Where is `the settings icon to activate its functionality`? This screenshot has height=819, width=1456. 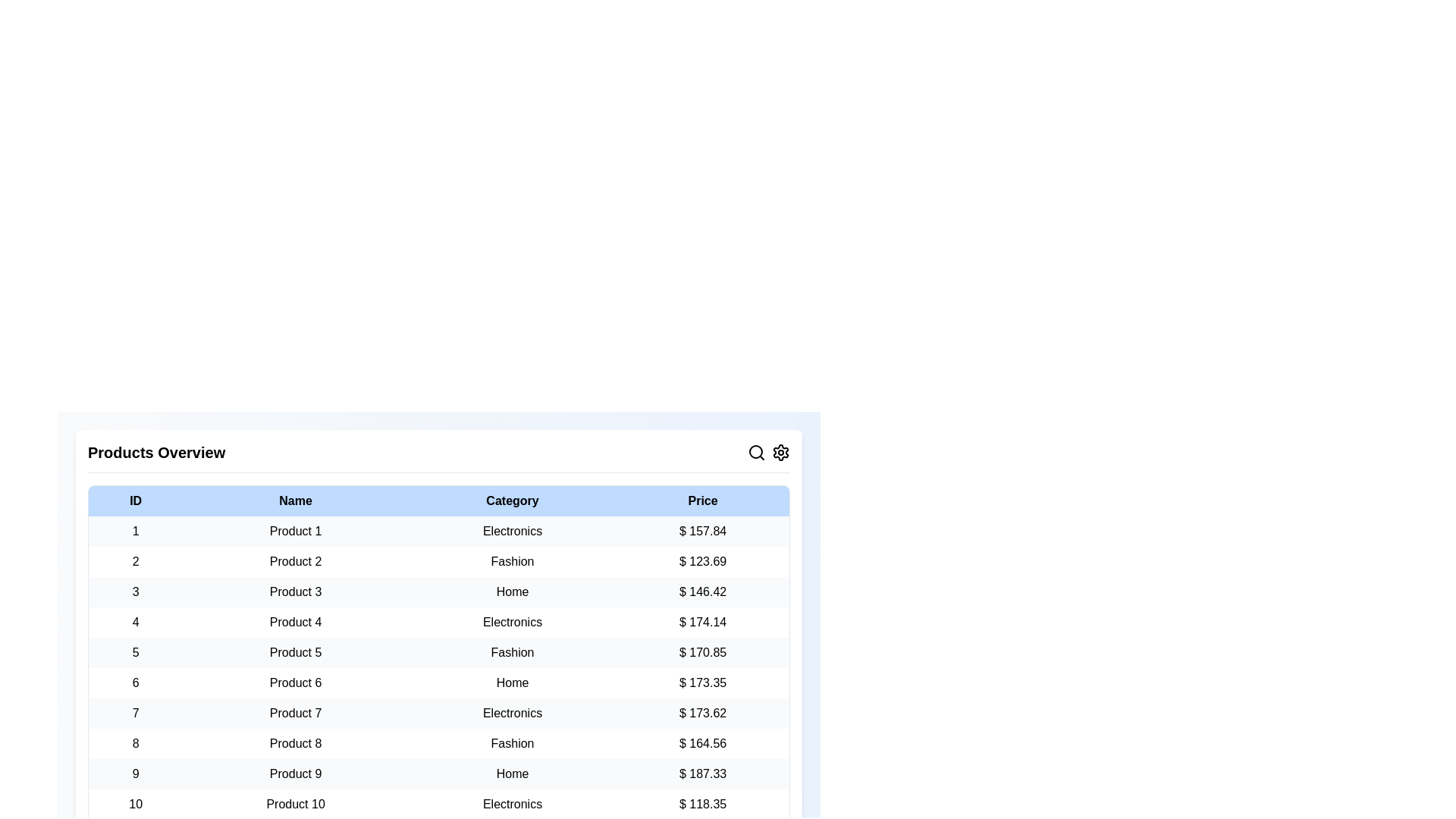
the settings icon to activate its functionality is located at coordinates (781, 452).